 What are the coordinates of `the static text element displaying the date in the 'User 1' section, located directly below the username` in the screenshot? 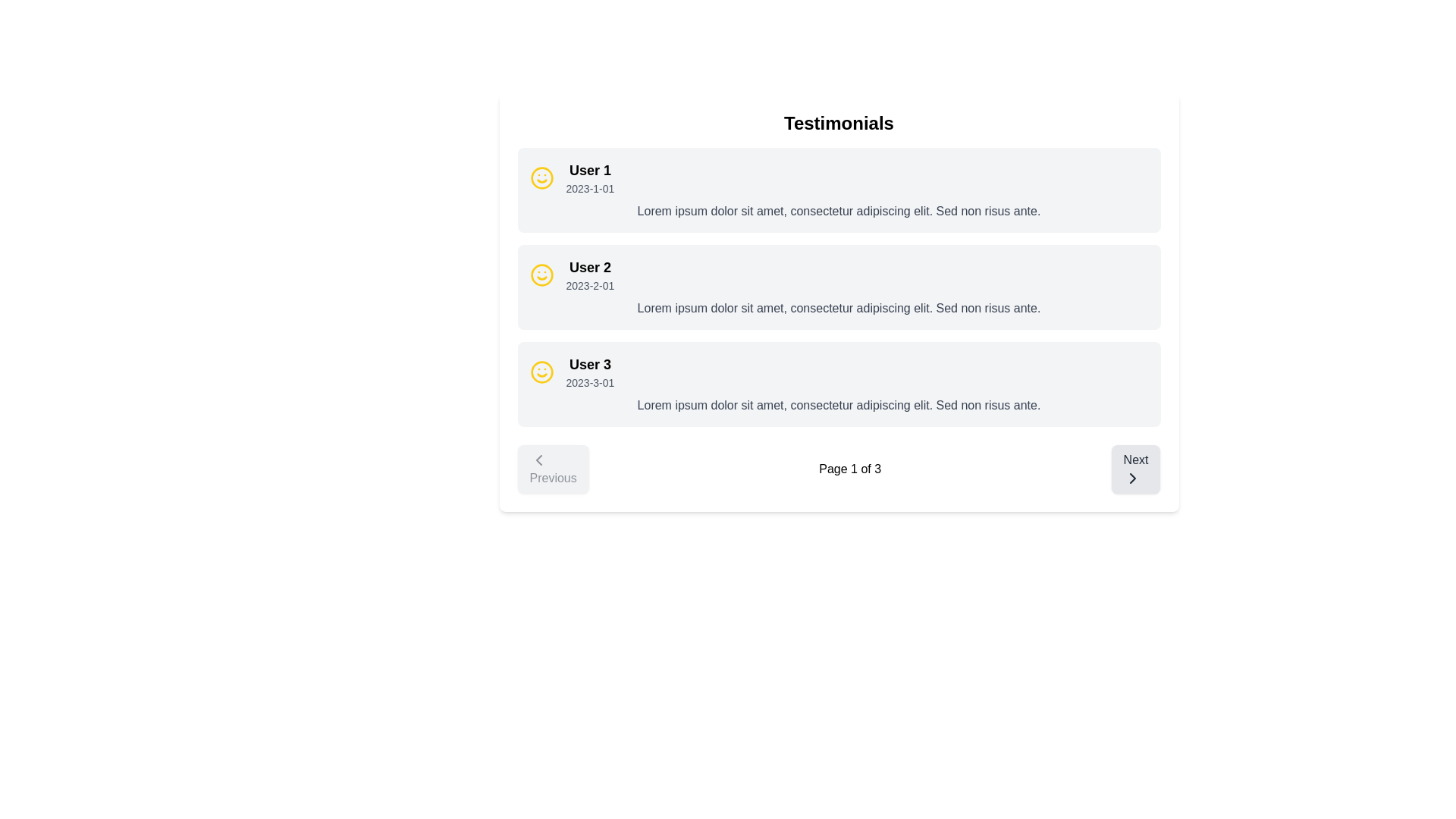 It's located at (589, 188).